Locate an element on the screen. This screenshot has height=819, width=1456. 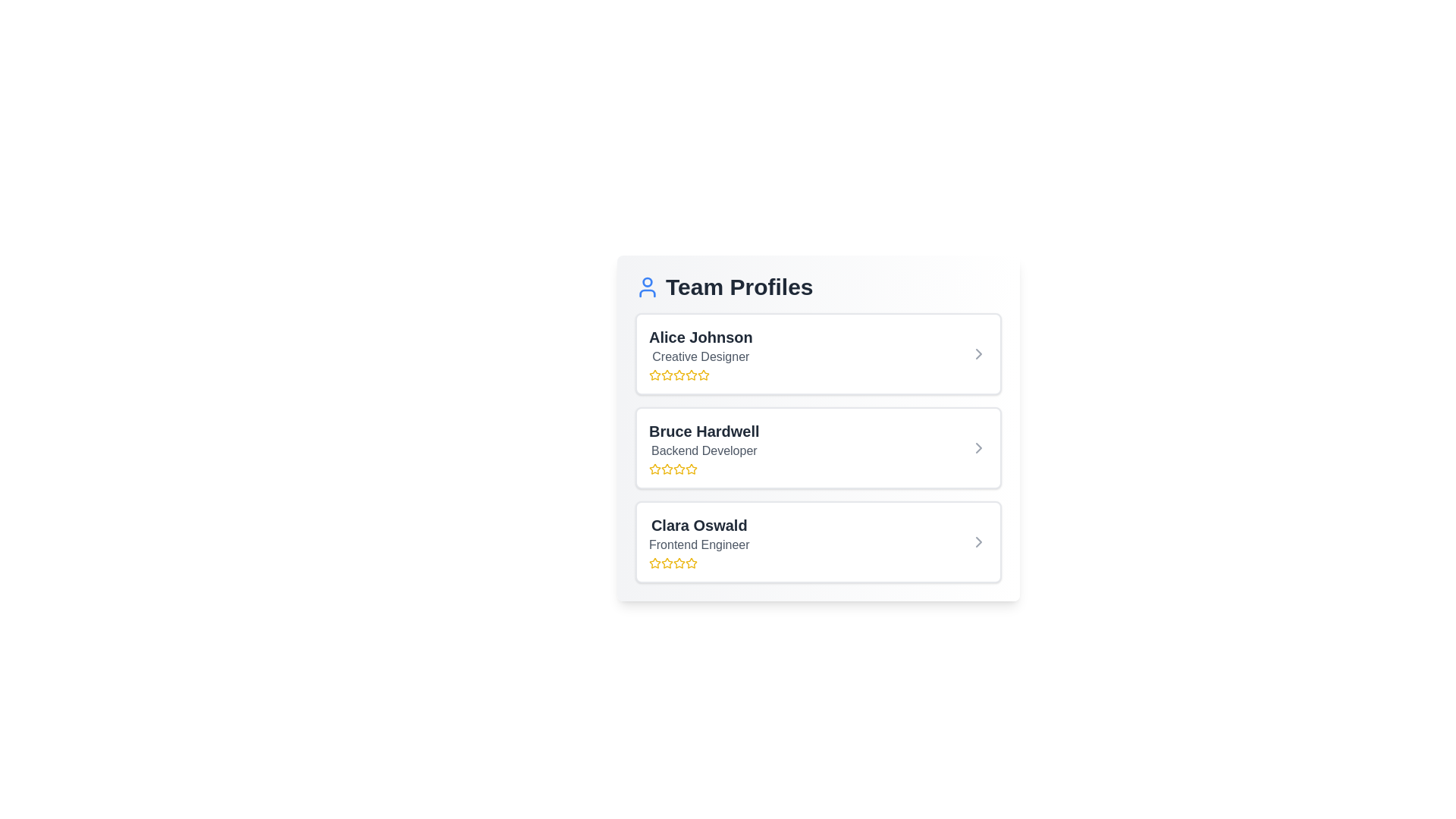
arrow icon next to the profile Bruce Hardwell is located at coordinates (979, 447).